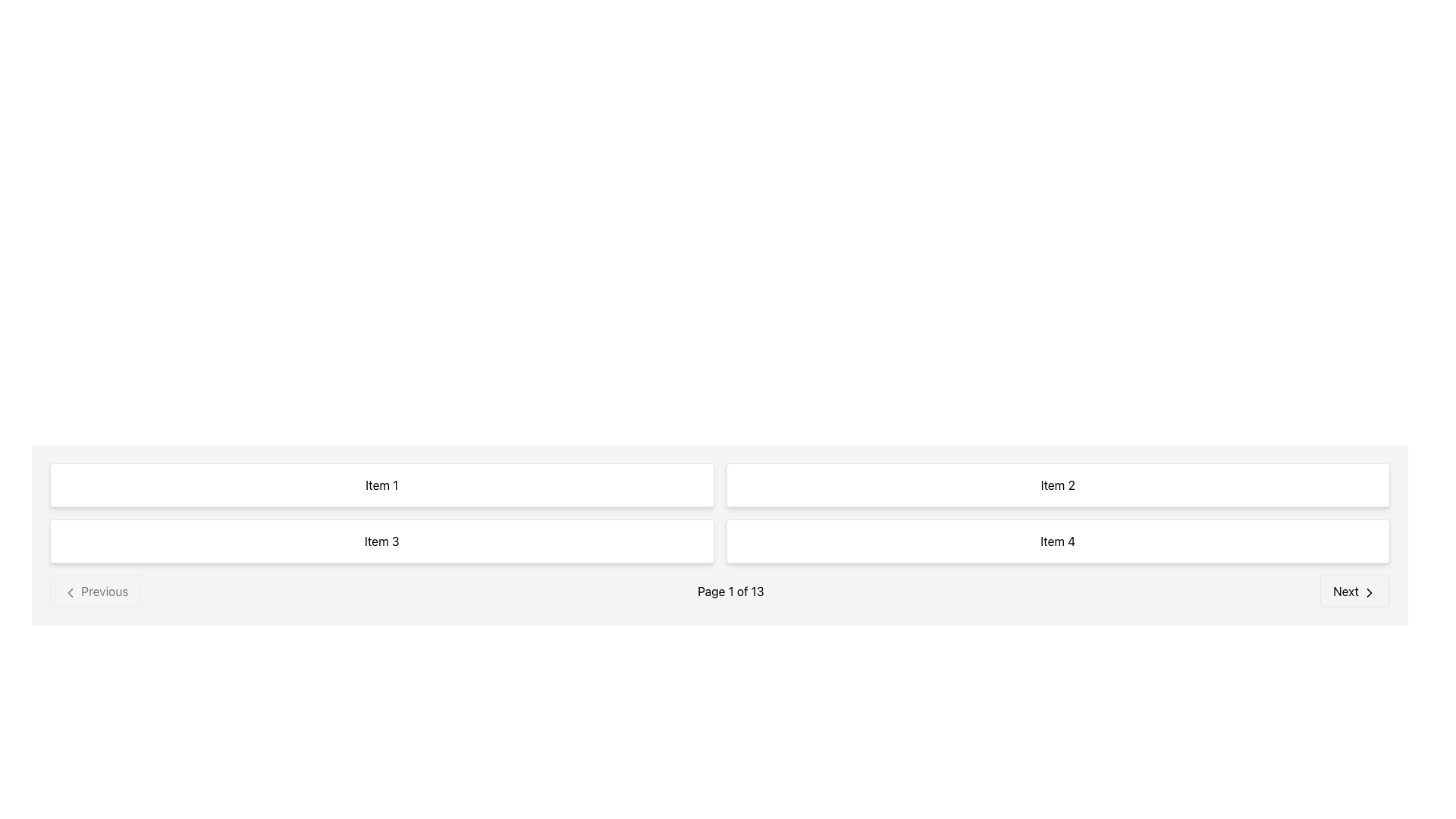 The height and width of the screenshot is (819, 1456). I want to click on the 'Next' button located at the far right of the pagination section, so click(1355, 590).